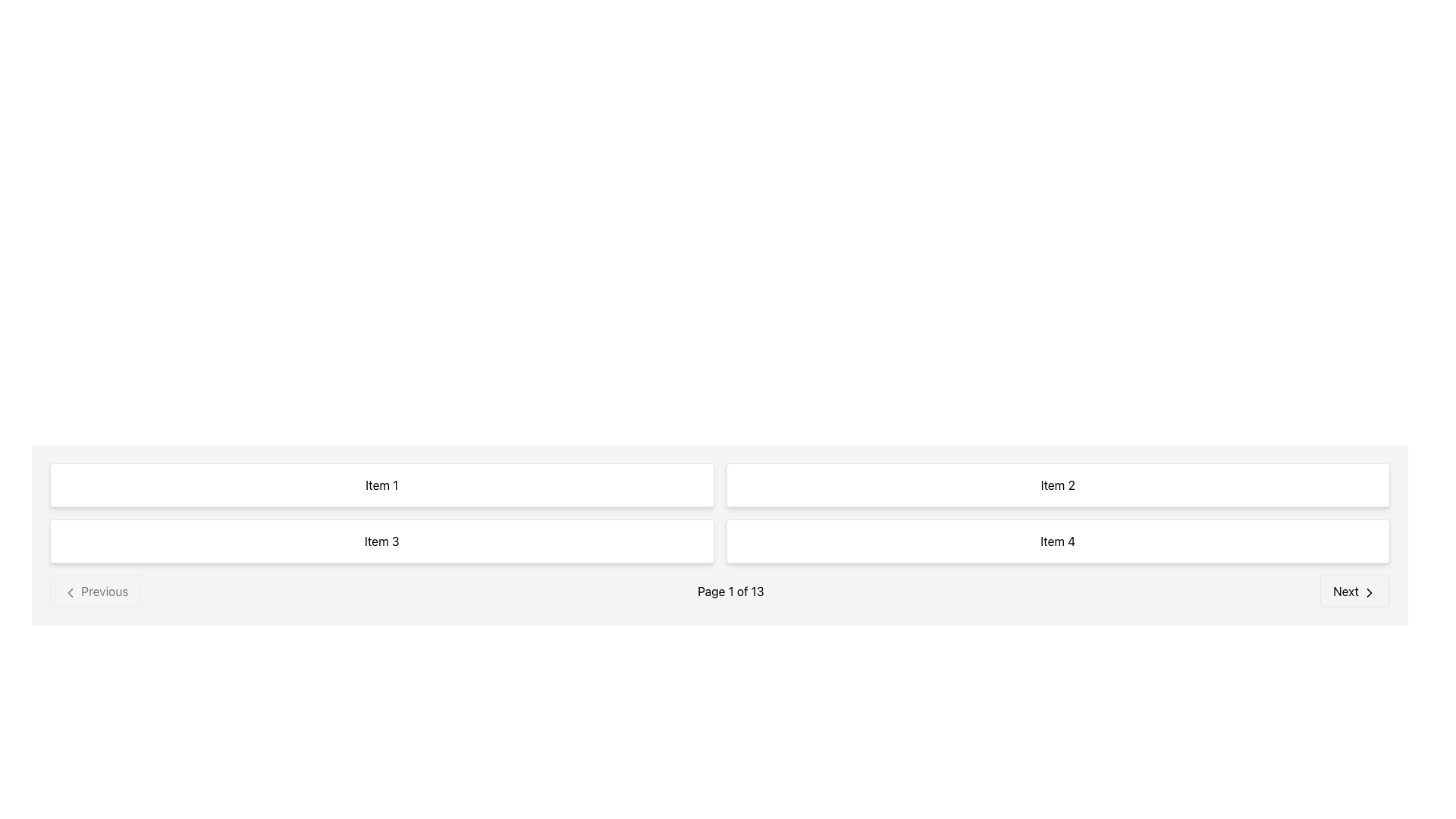 The height and width of the screenshot is (819, 1456). I want to click on the 'Next' button located at the far right of the pagination section, so click(1355, 590).